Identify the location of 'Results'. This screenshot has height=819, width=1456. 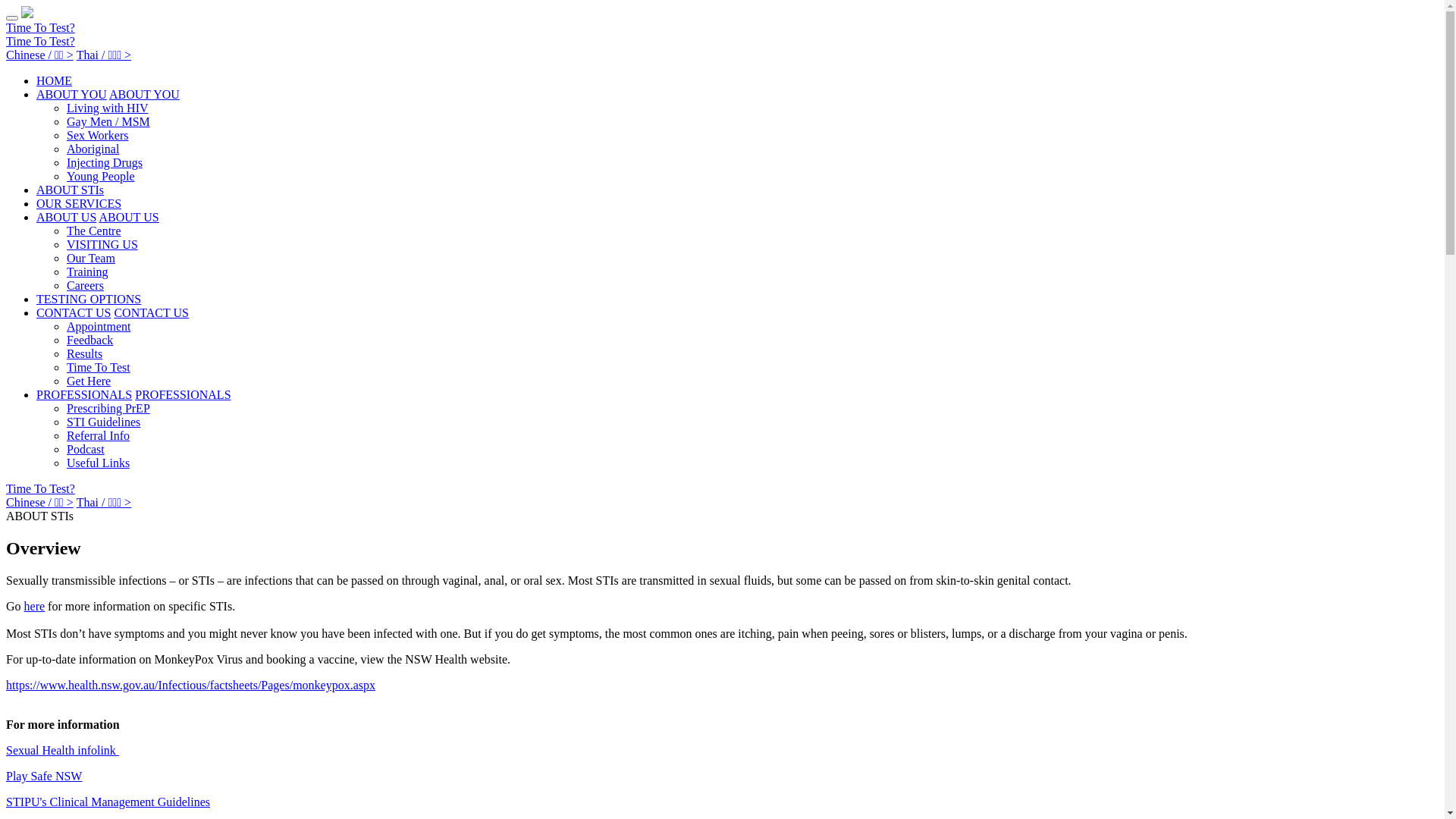
(83, 353).